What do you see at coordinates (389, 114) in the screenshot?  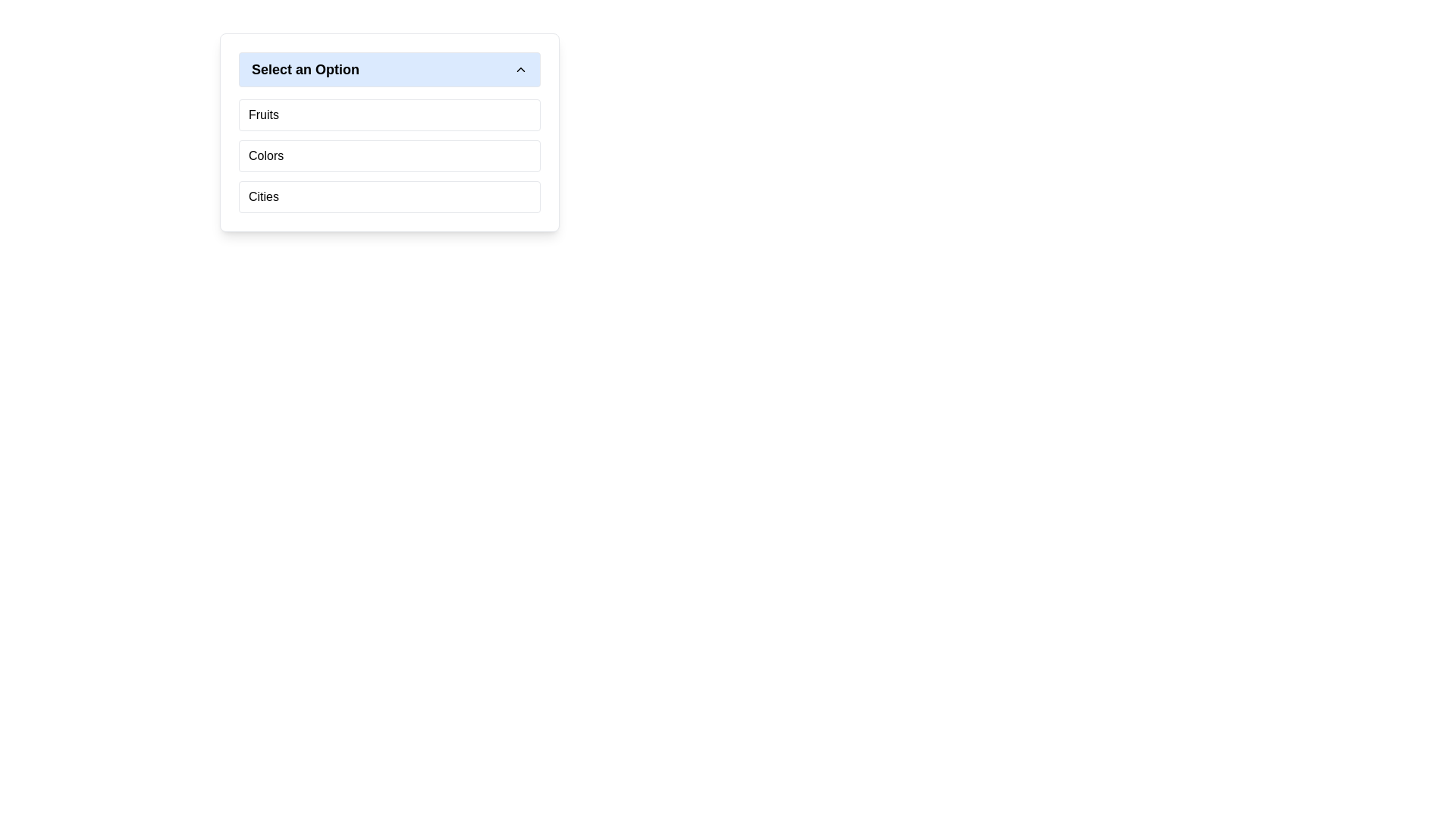 I see `the 'Fruits' button-like list item` at bounding box center [389, 114].